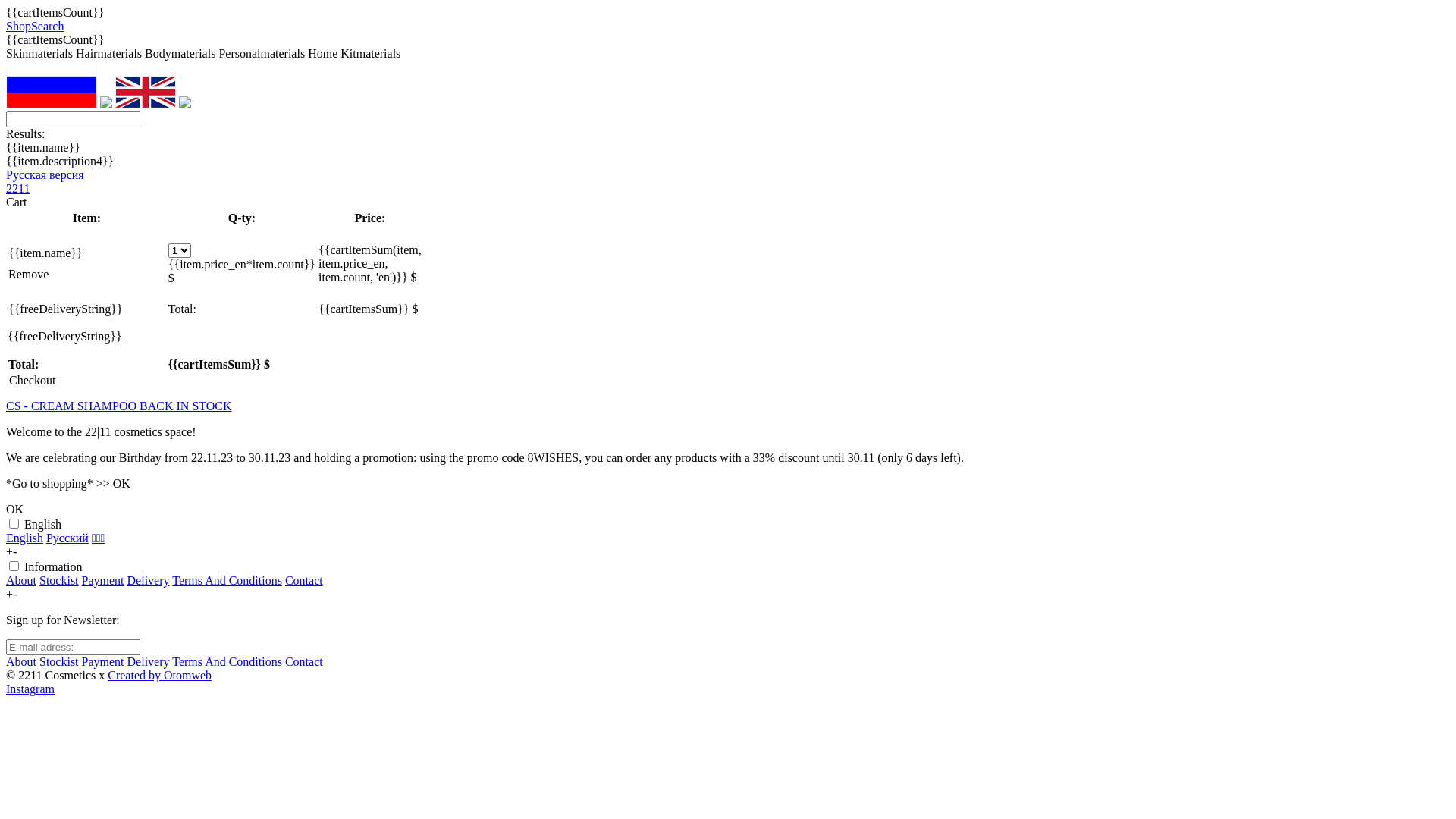 The image size is (1456, 819). I want to click on '2211', so click(17, 187).